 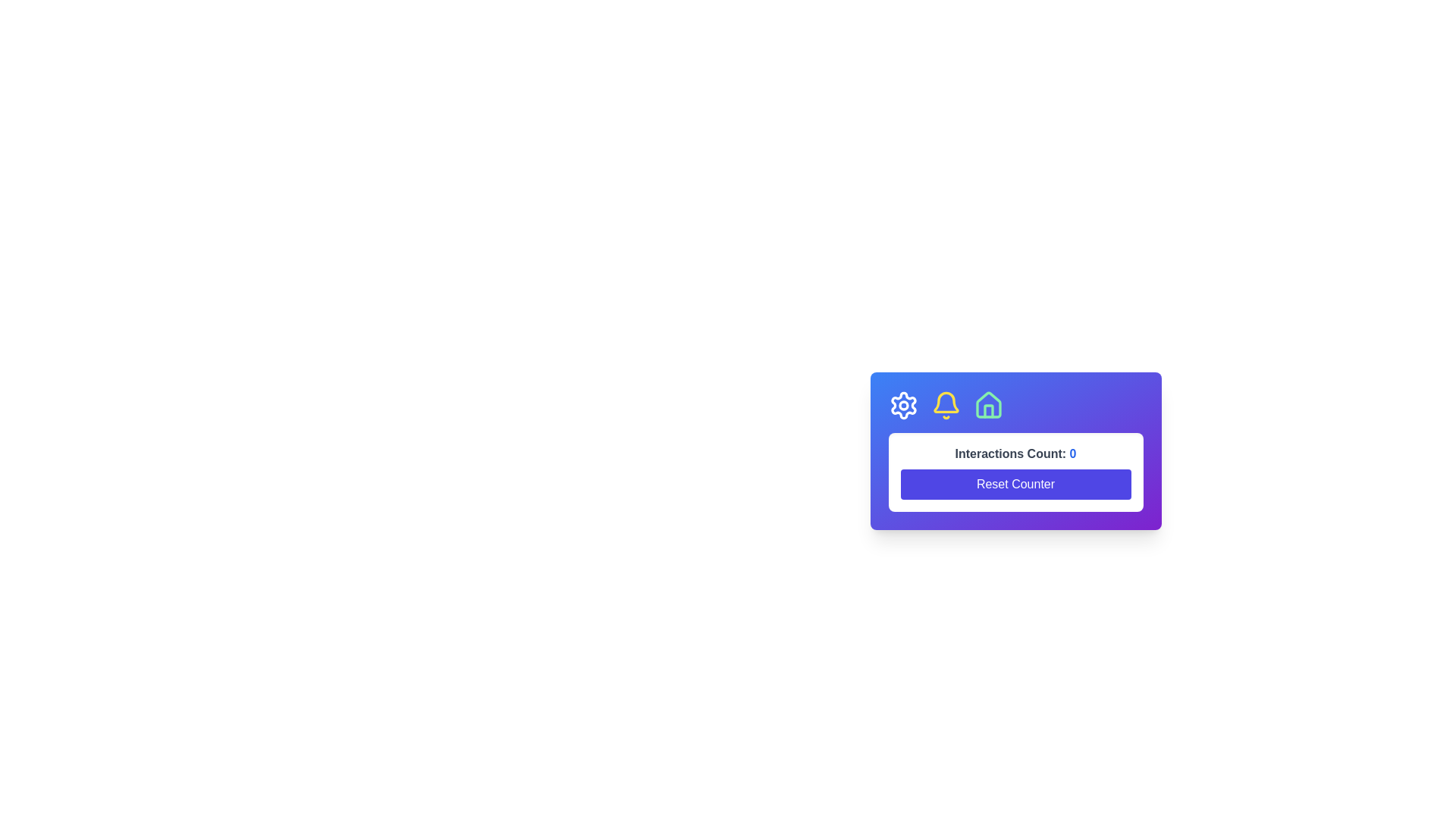 I want to click on the yellow bell-shaped notification icon, so click(x=945, y=405).